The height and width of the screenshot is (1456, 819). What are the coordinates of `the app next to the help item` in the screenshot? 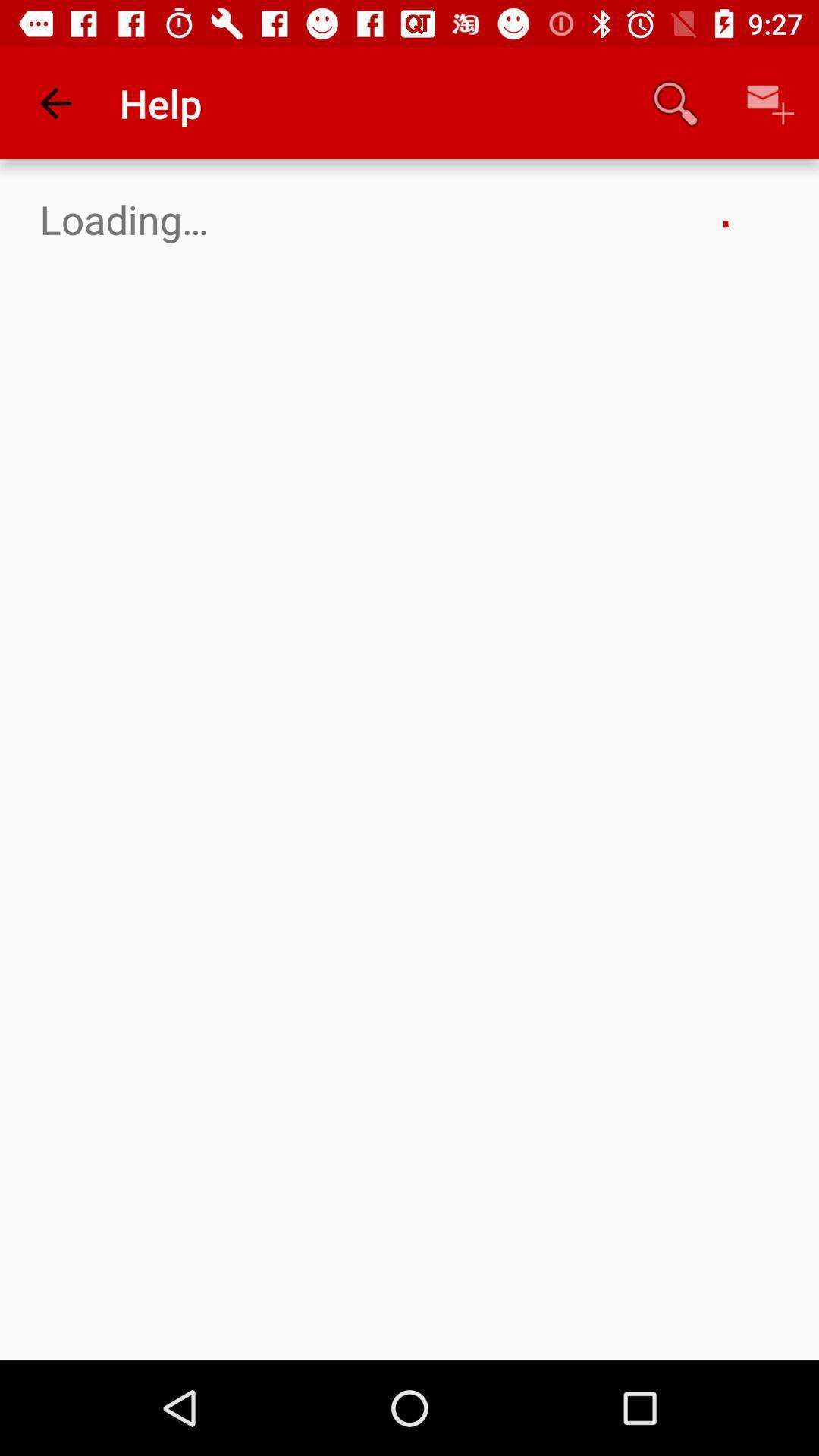 It's located at (675, 102).